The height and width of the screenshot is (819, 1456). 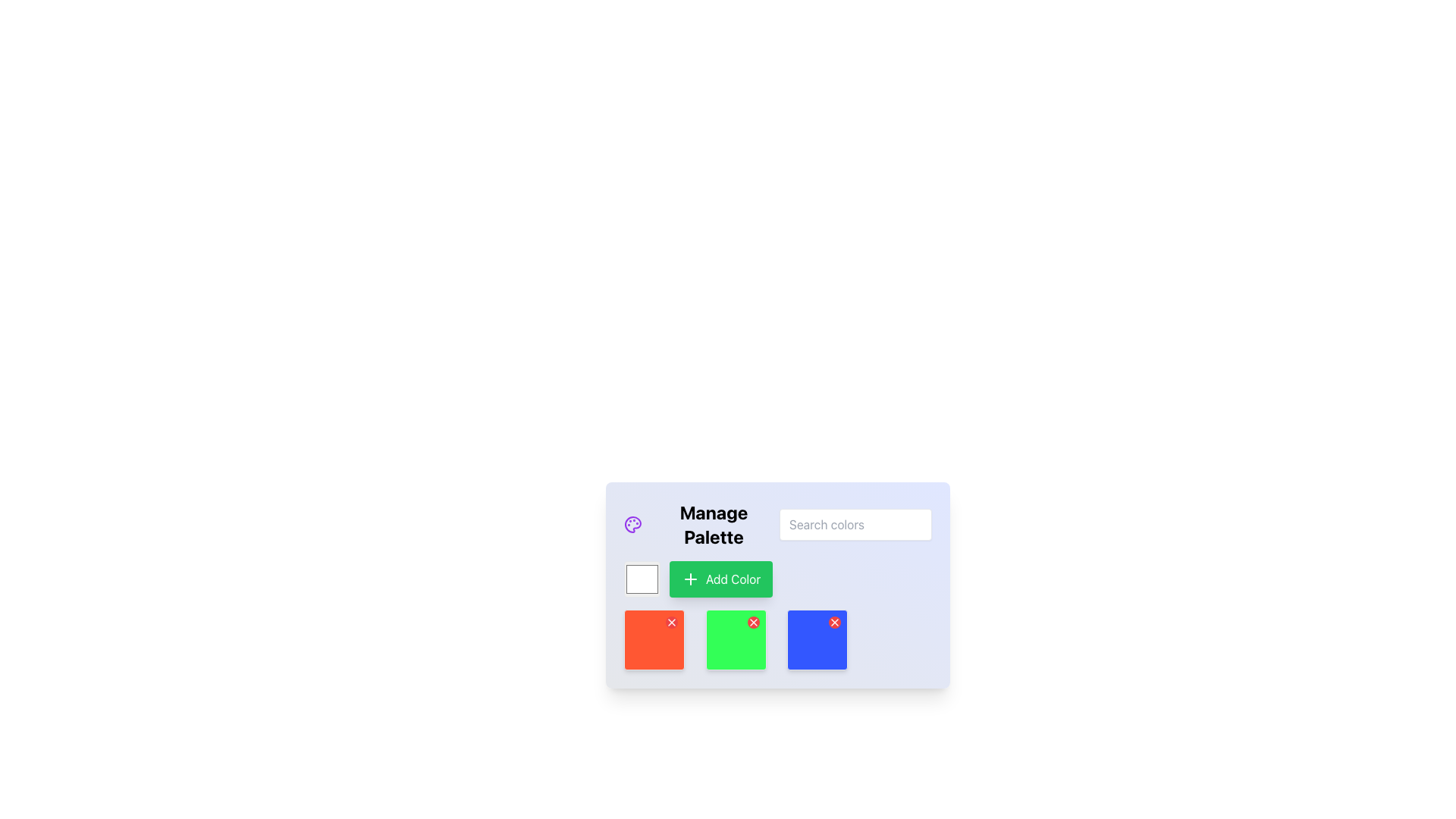 What do you see at coordinates (654, 640) in the screenshot?
I see `the vibrant orange Color tile with a delete button located in the bottom-left corner of the grid layout` at bounding box center [654, 640].